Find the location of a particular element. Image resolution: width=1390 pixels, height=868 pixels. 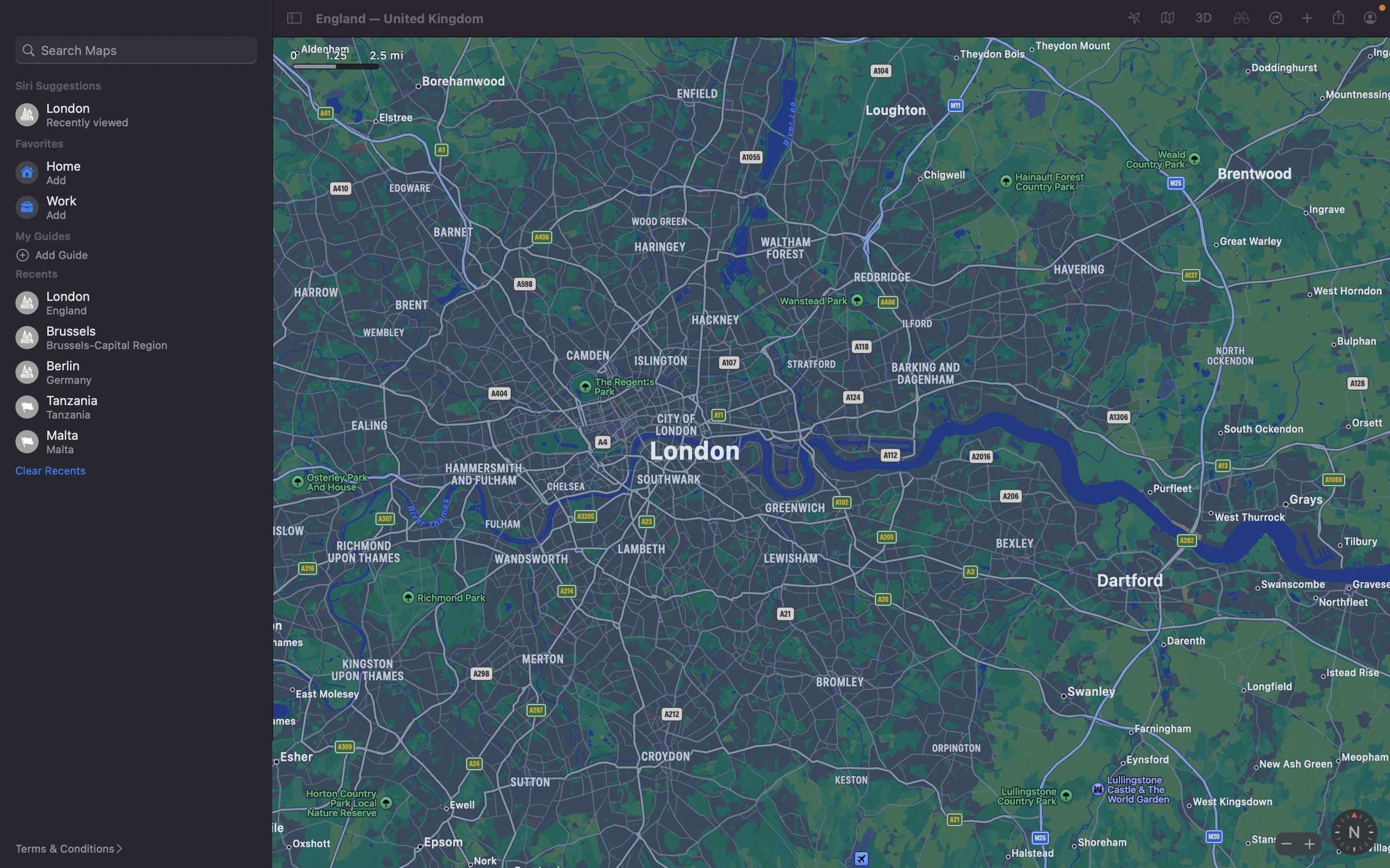

Enlarge the map view is located at coordinates (1307, 843).